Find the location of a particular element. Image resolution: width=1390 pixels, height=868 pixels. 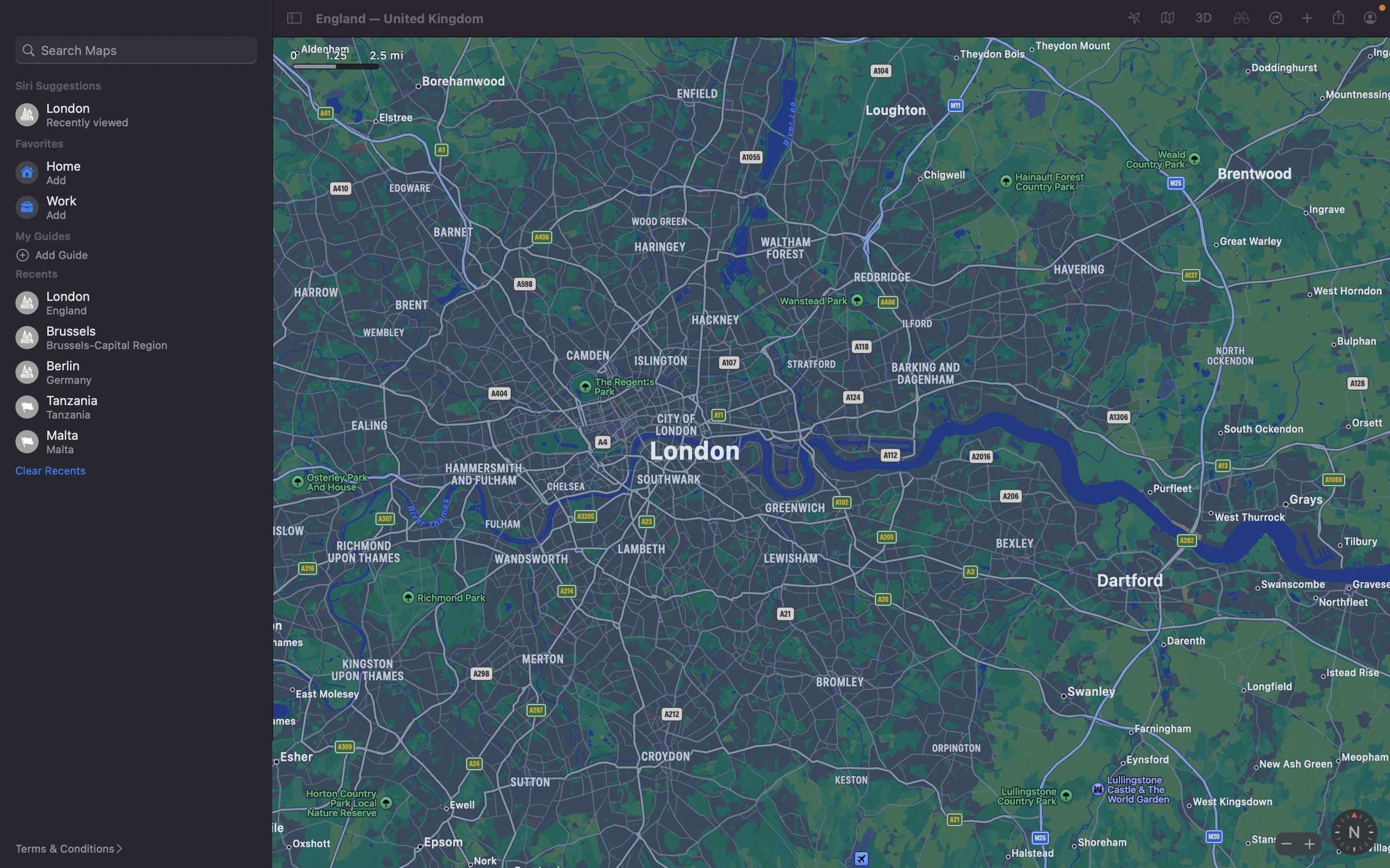

Enlarge the map view is located at coordinates (1307, 843).